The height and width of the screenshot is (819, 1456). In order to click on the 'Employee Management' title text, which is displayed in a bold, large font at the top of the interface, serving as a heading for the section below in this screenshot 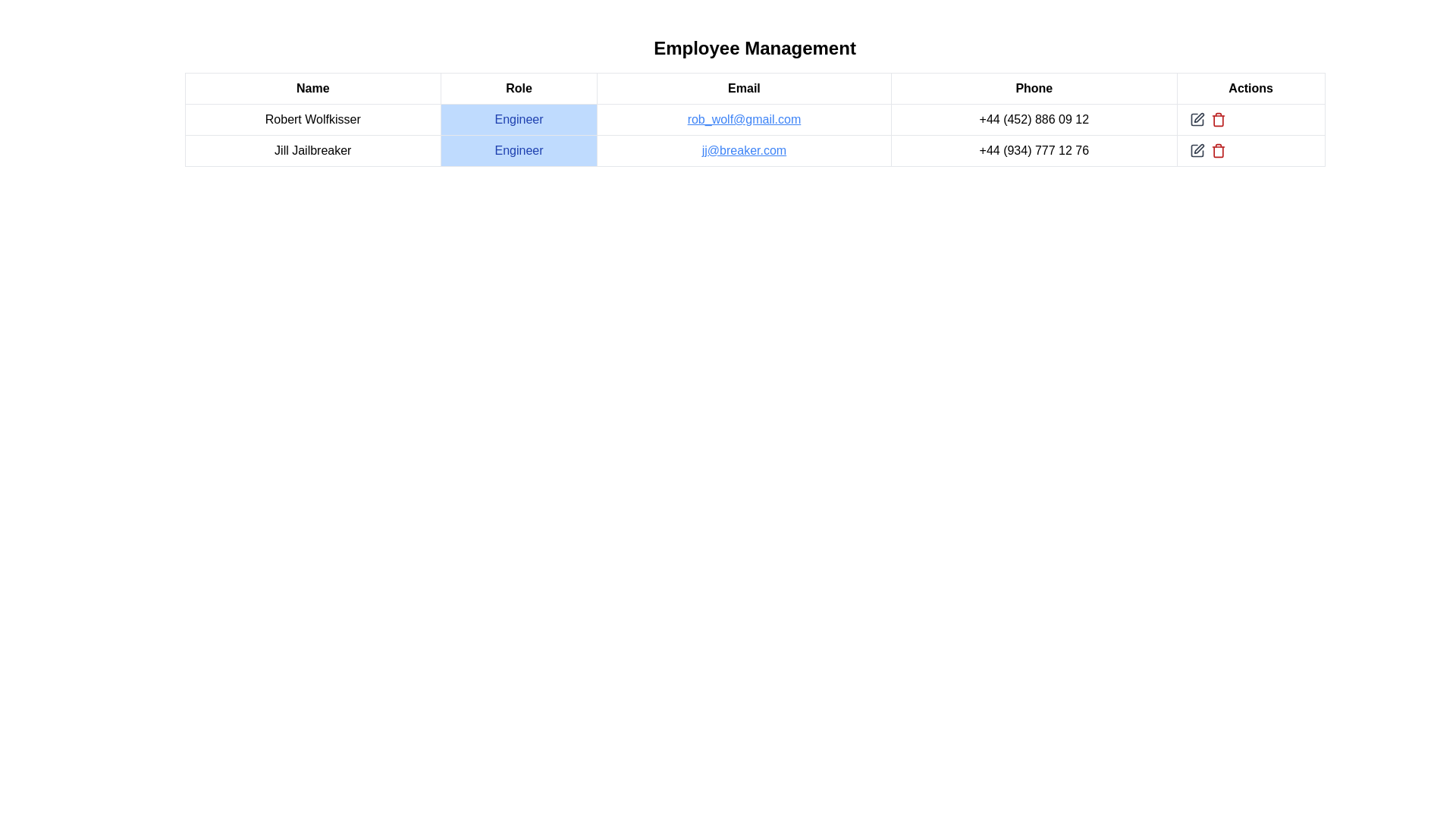, I will do `click(755, 48)`.